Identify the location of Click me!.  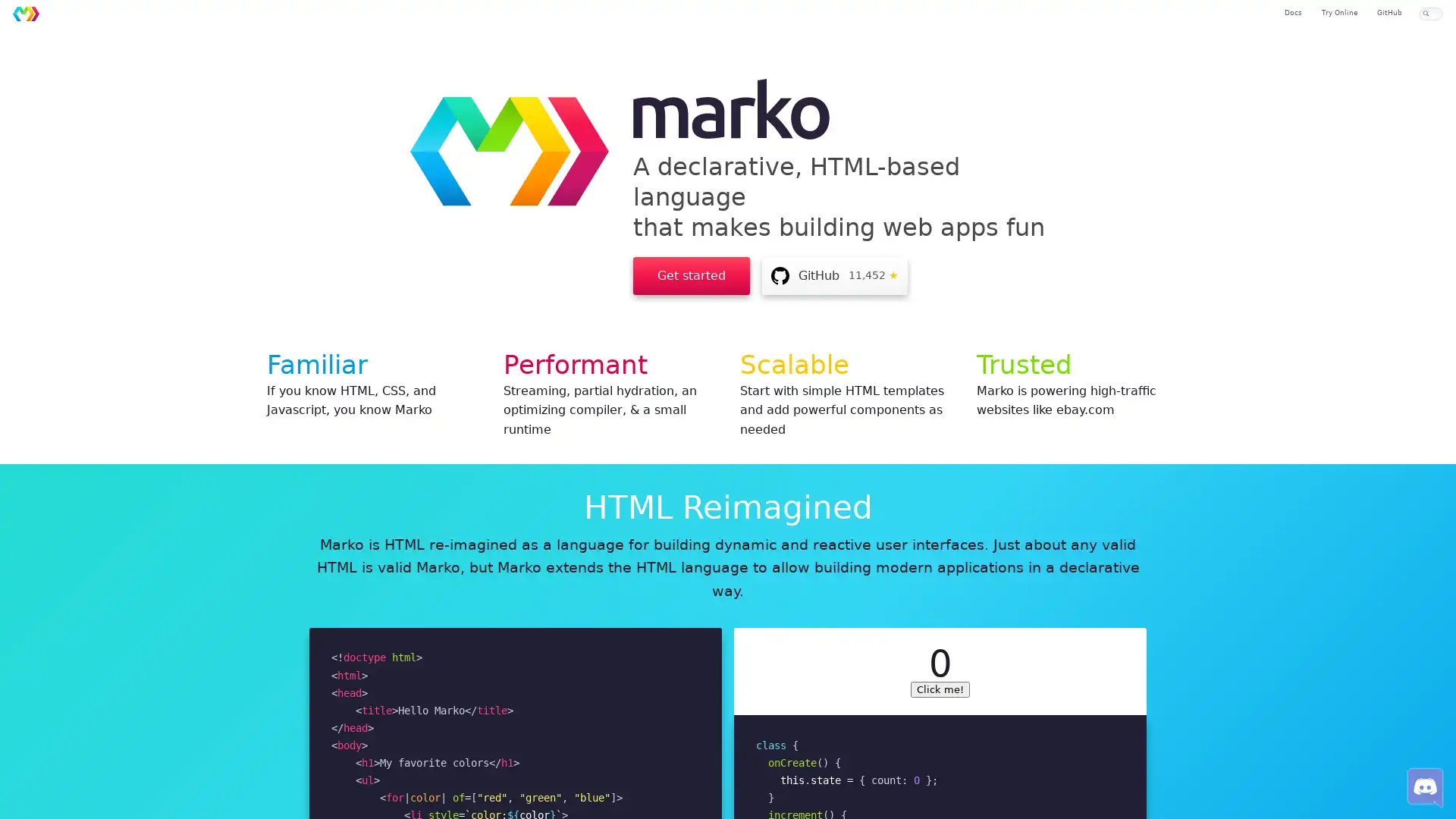
(939, 689).